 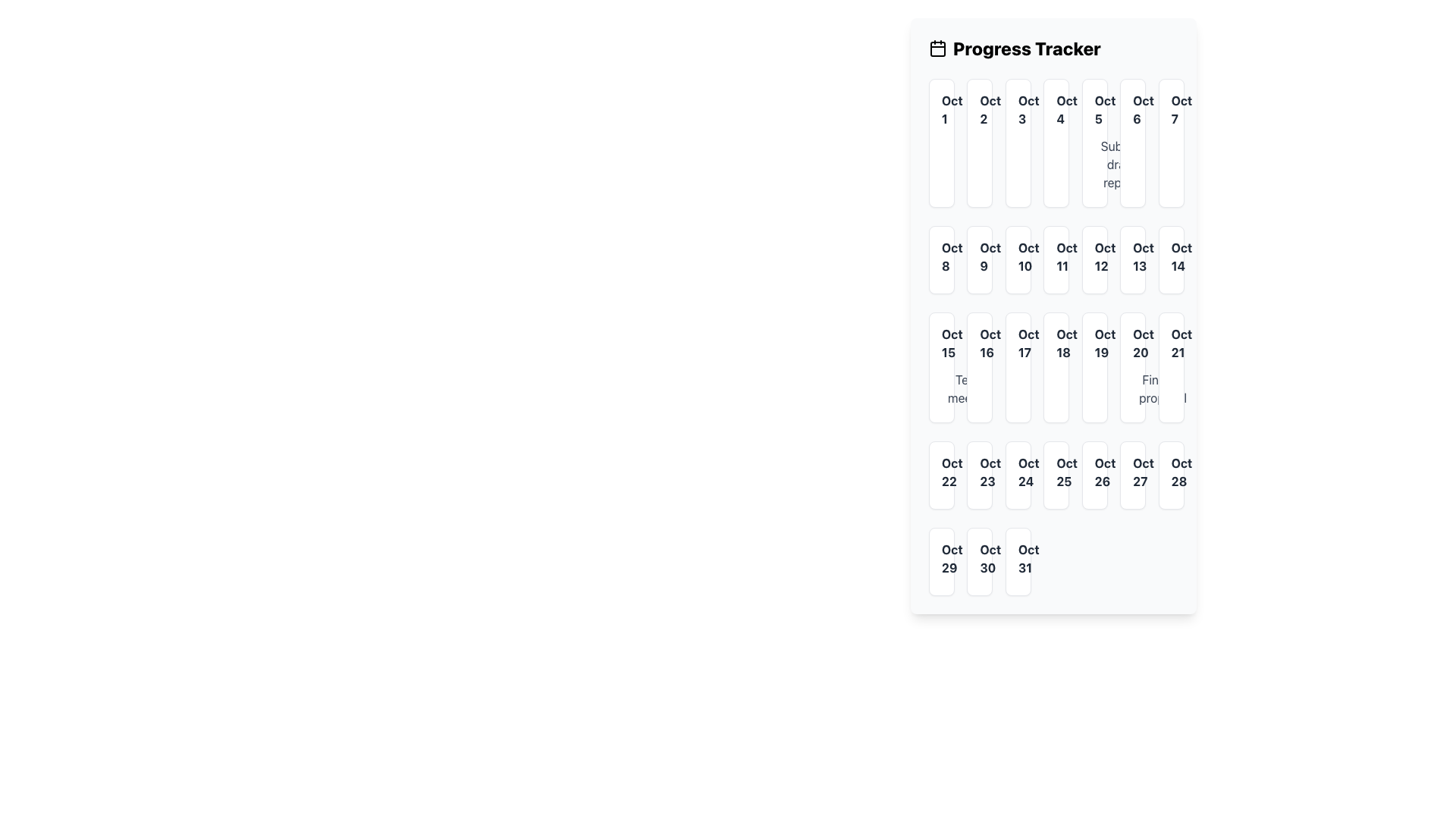 What do you see at coordinates (941, 475) in the screenshot?
I see `the white rectangular box with rounded corners containing the text 'Oct 22'` at bounding box center [941, 475].